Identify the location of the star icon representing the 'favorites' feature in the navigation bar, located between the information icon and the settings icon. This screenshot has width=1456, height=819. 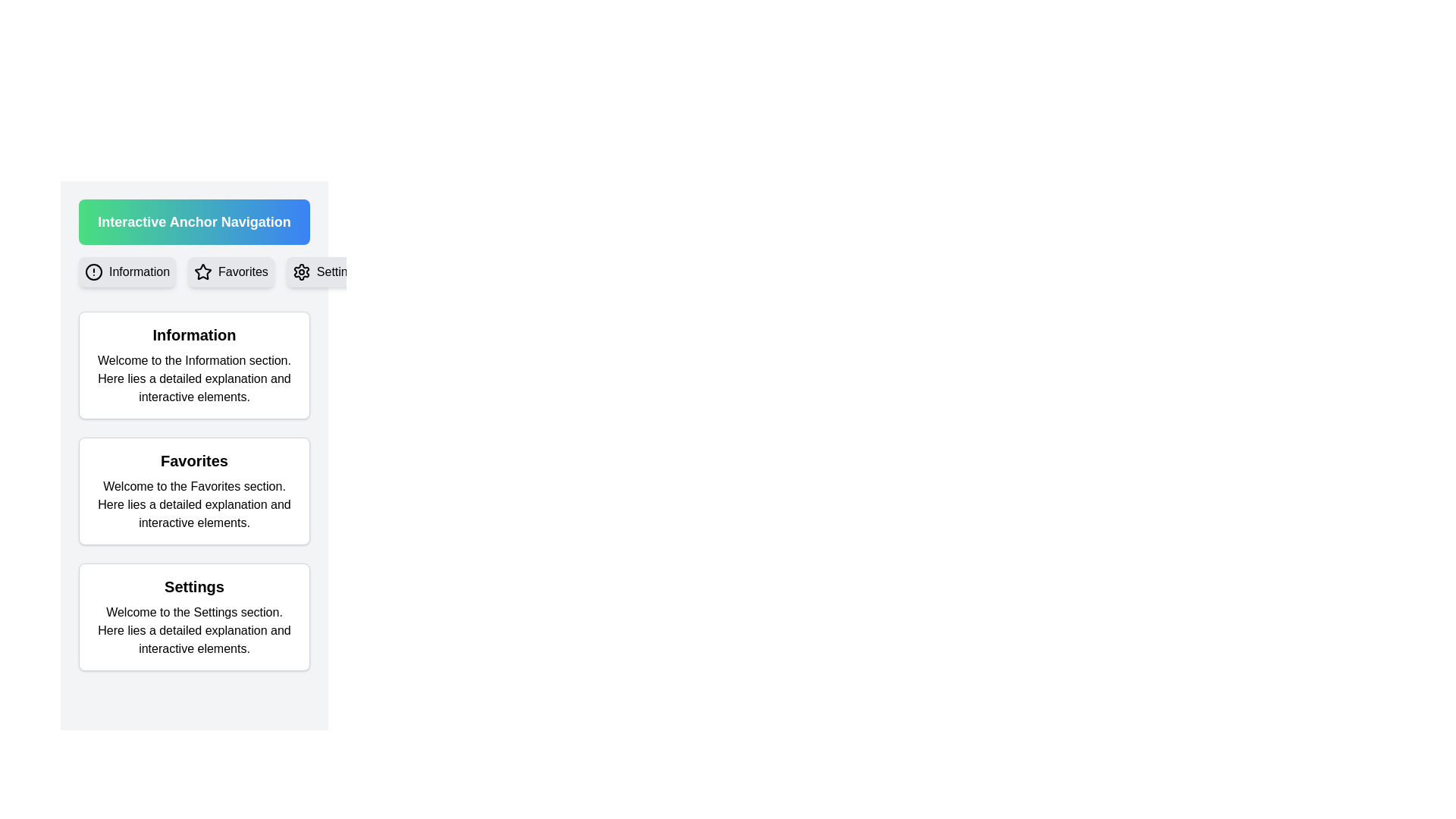
(202, 271).